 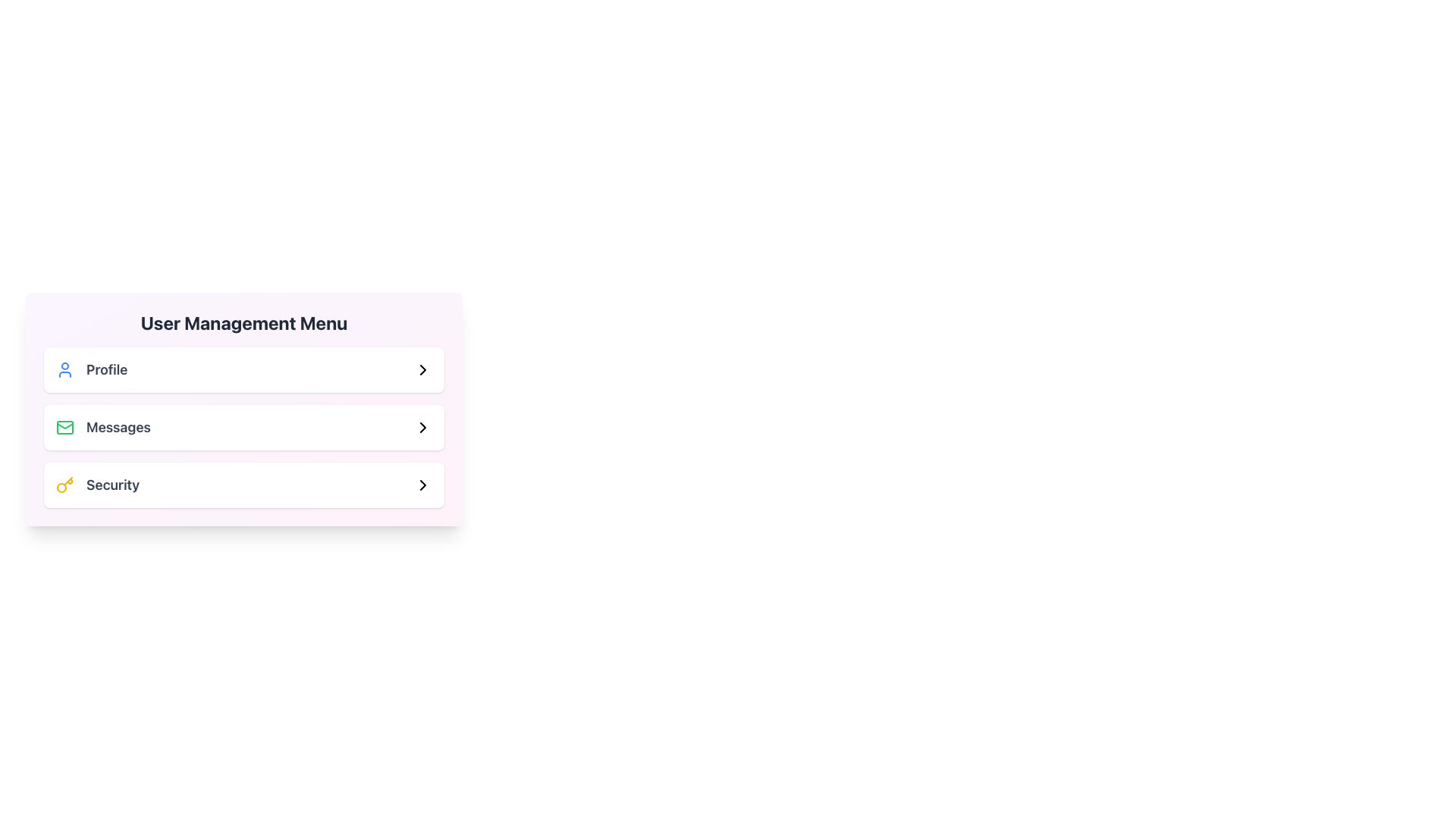 I want to click on the 'Security' menu item located in the User Management Menu, so click(x=97, y=485).